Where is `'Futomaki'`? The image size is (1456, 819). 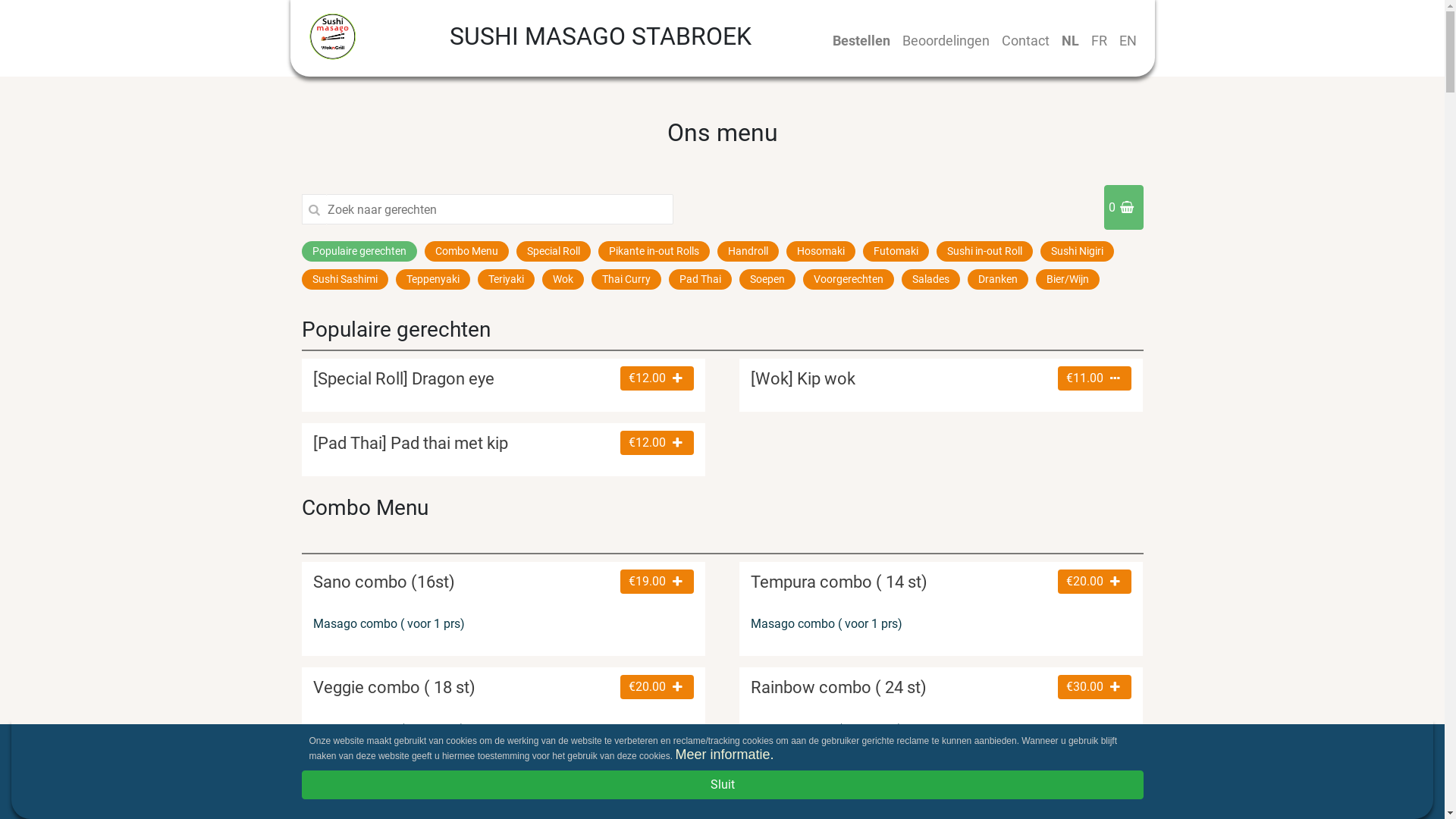 'Futomaki' is located at coordinates (862, 250).